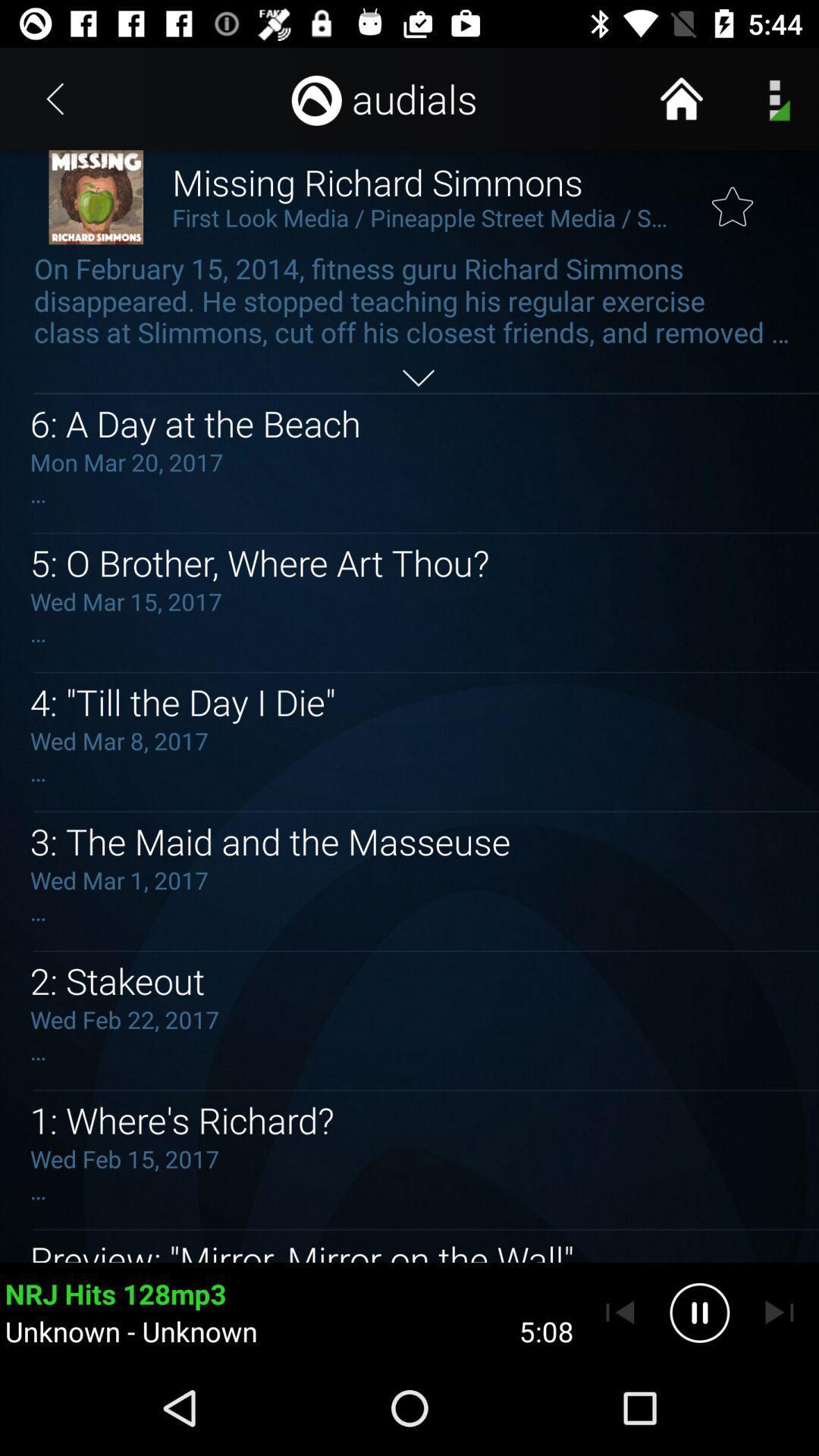 Image resolution: width=819 pixels, height=1456 pixels. What do you see at coordinates (680, 98) in the screenshot?
I see `home page` at bounding box center [680, 98].